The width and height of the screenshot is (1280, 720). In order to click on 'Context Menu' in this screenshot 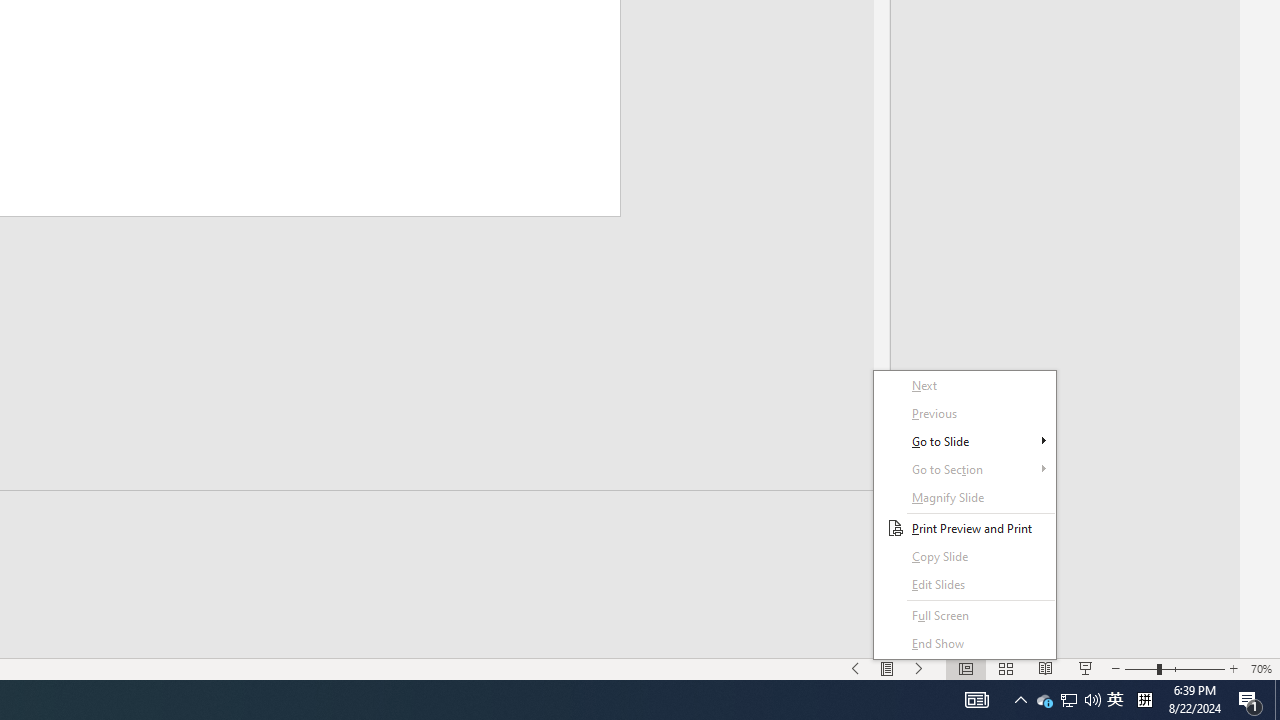, I will do `click(965, 514)`.